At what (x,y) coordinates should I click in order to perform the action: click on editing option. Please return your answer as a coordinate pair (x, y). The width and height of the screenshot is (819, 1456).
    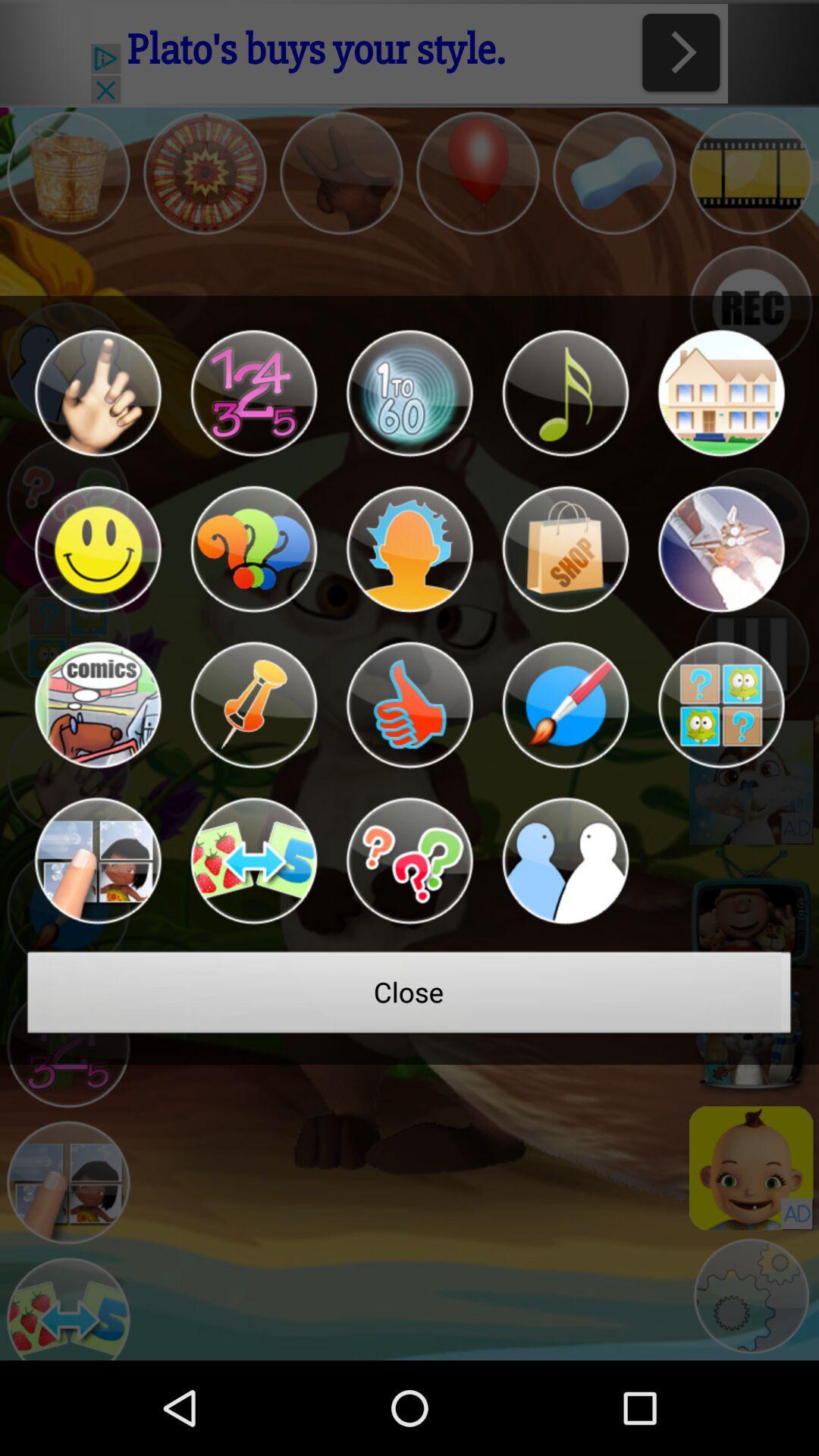
    Looking at the image, I should click on (565, 704).